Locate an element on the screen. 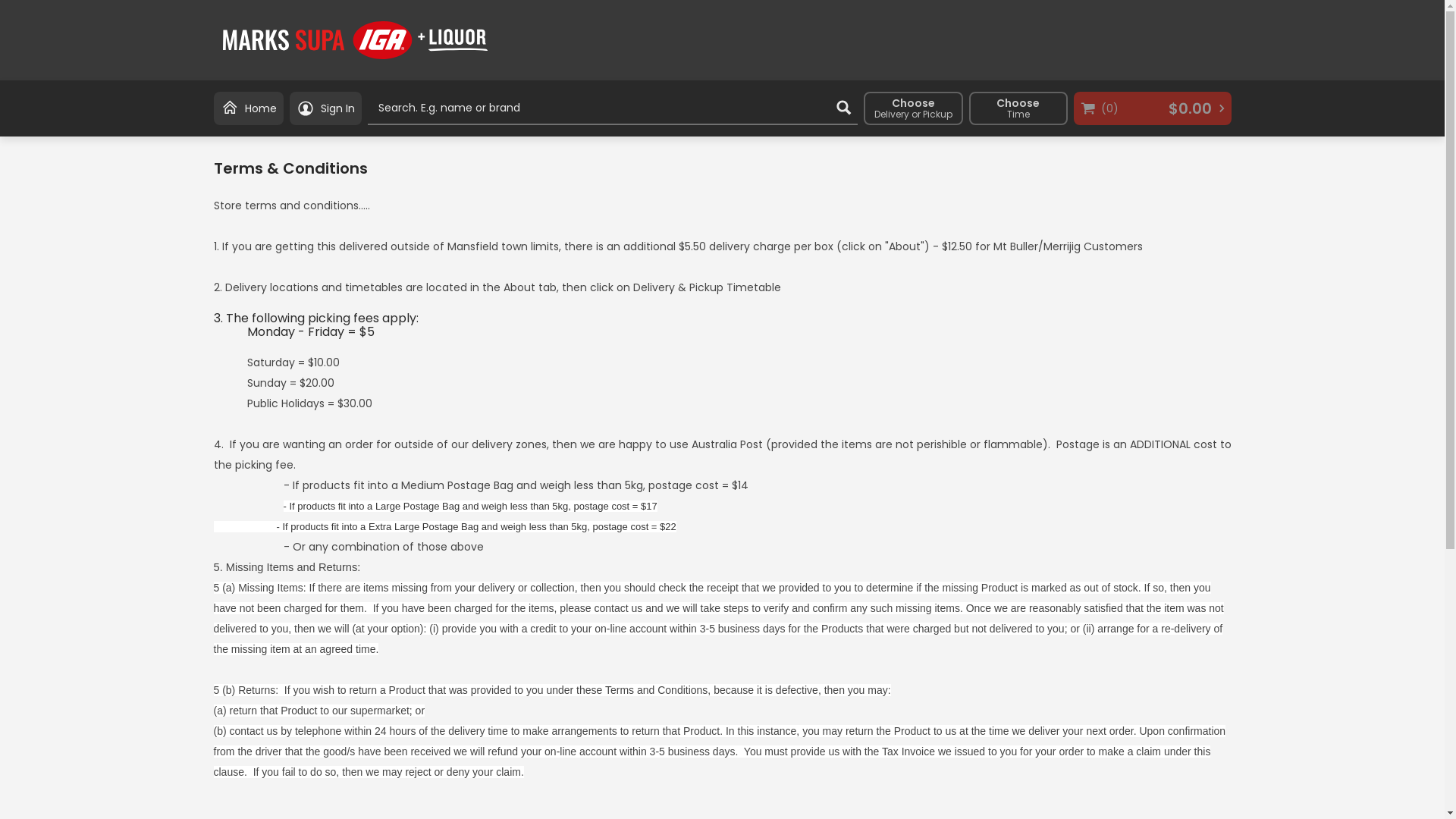 The image size is (1456, 819). 'Search' is located at coordinates (843, 107).